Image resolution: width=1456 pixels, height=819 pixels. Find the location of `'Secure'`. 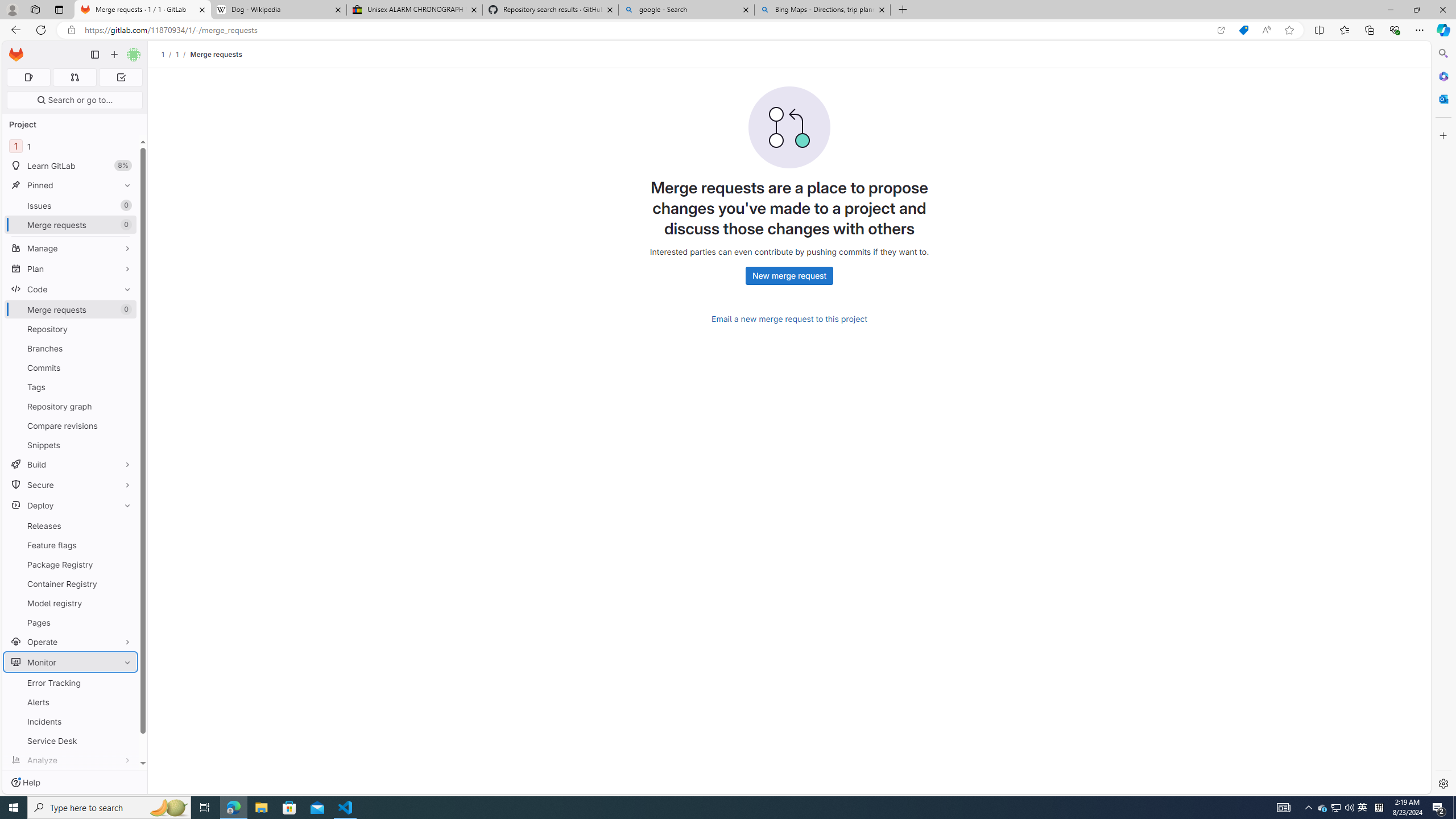

'Secure' is located at coordinates (70, 484).